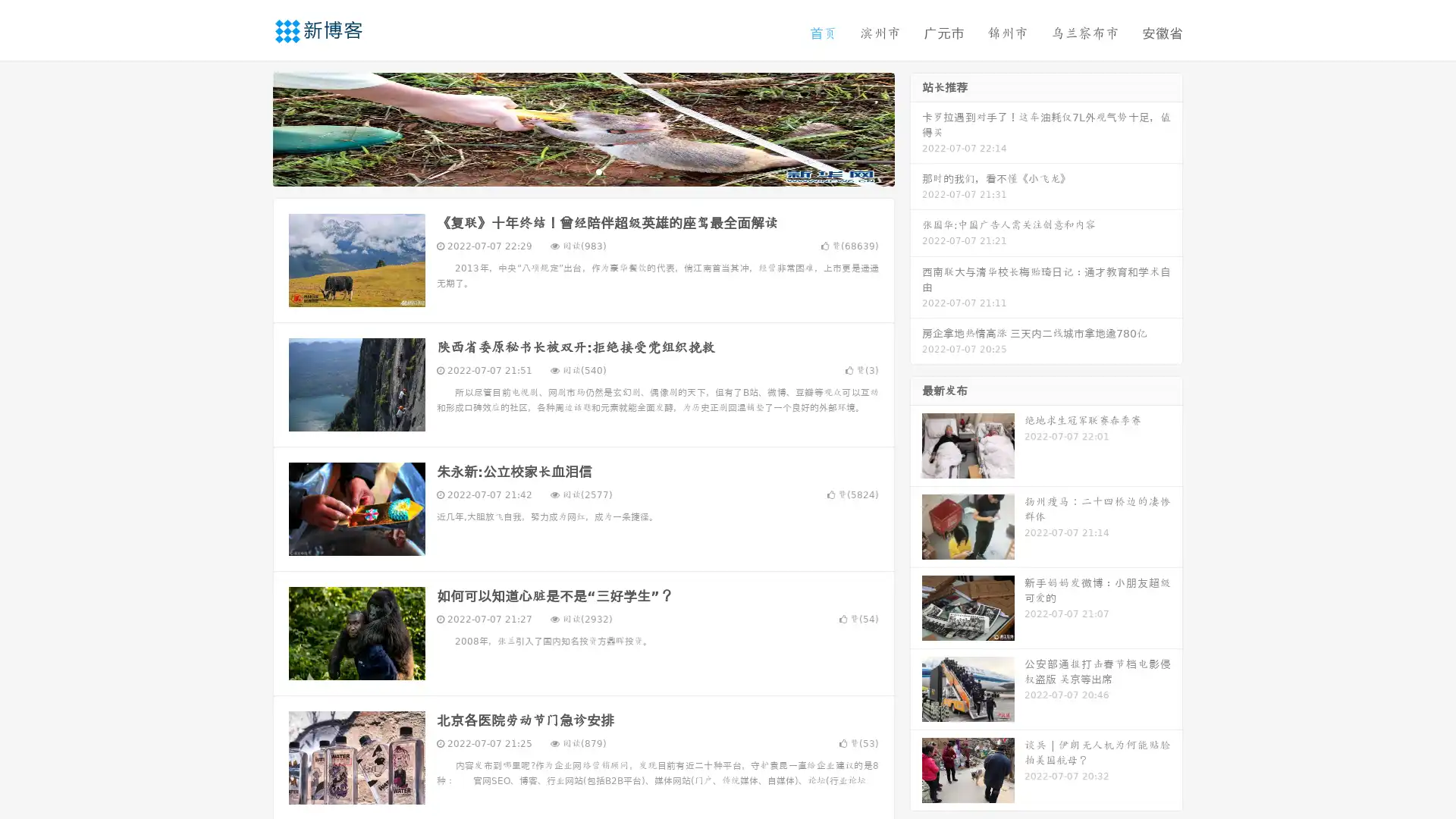 The width and height of the screenshot is (1456, 819). Describe the element at coordinates (598, 171) in the screenshot. I see `Go to slide 3` at that location.